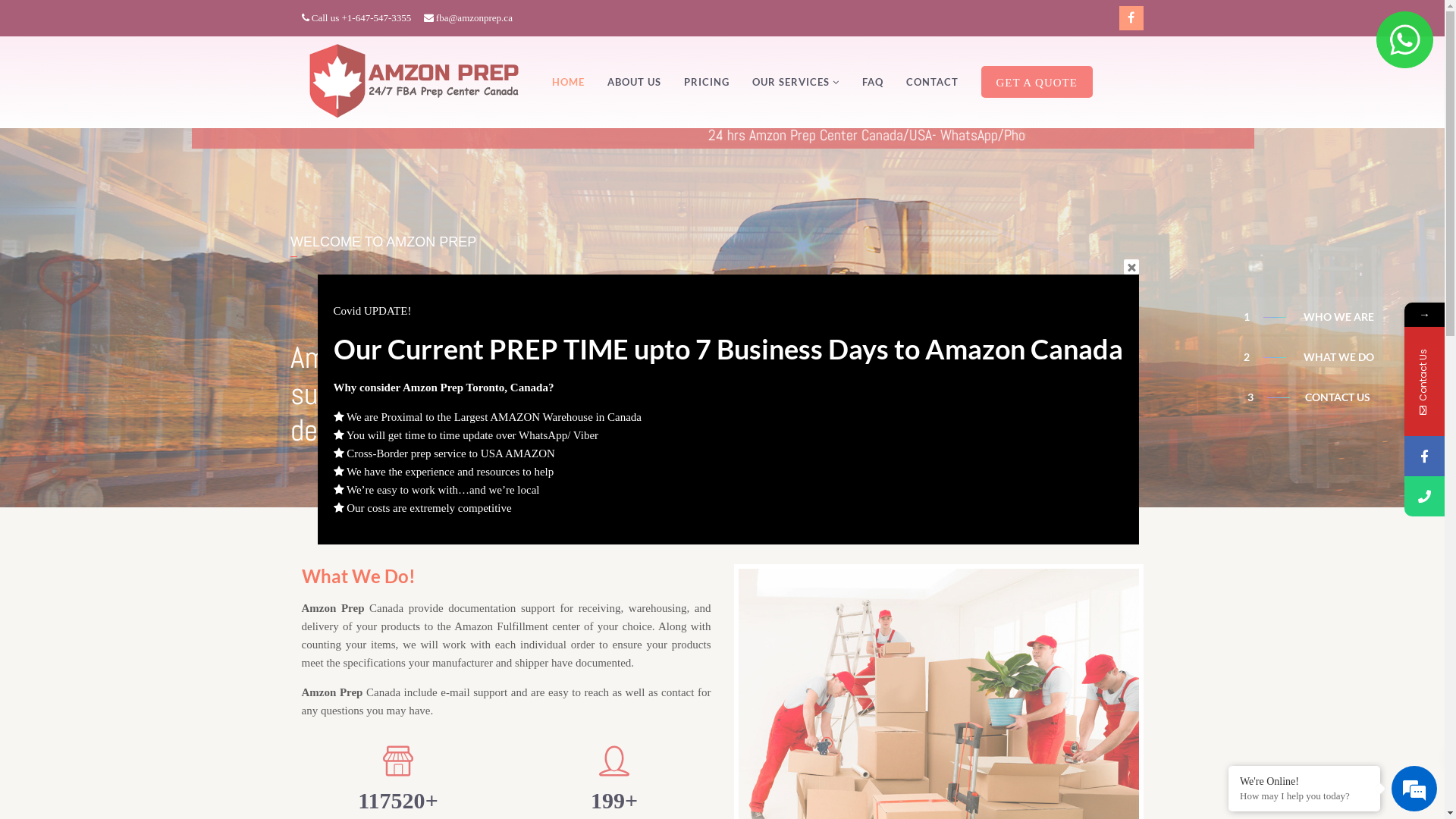 This screenshot has height=819, width=1456. Describe the element at coordinates (705, 82) in the screenshot. I see `'PRICING'` at that location.